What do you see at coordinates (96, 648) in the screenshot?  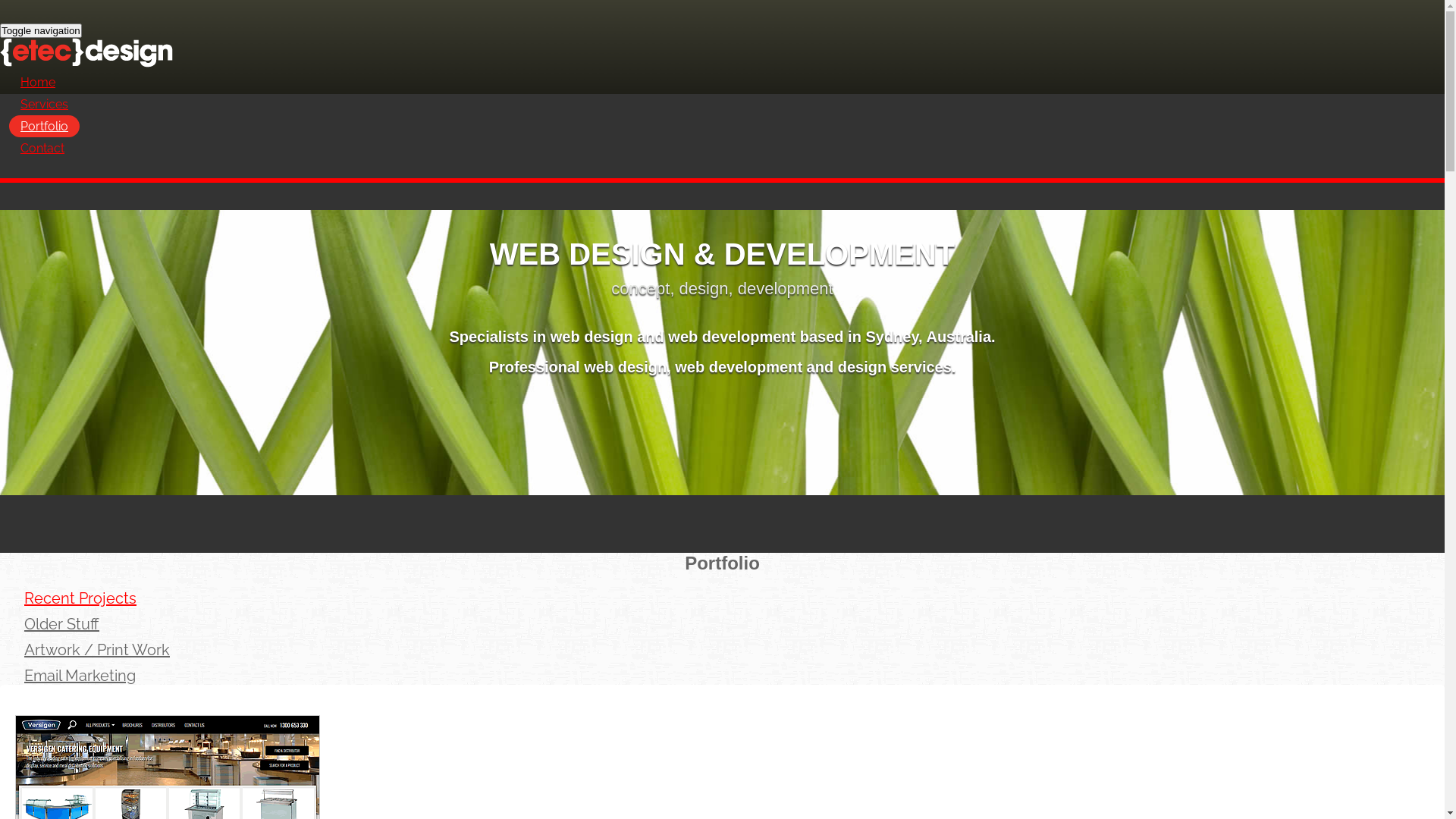 I see `'Artwork / Print Work'` at bounding box center [96, 648].